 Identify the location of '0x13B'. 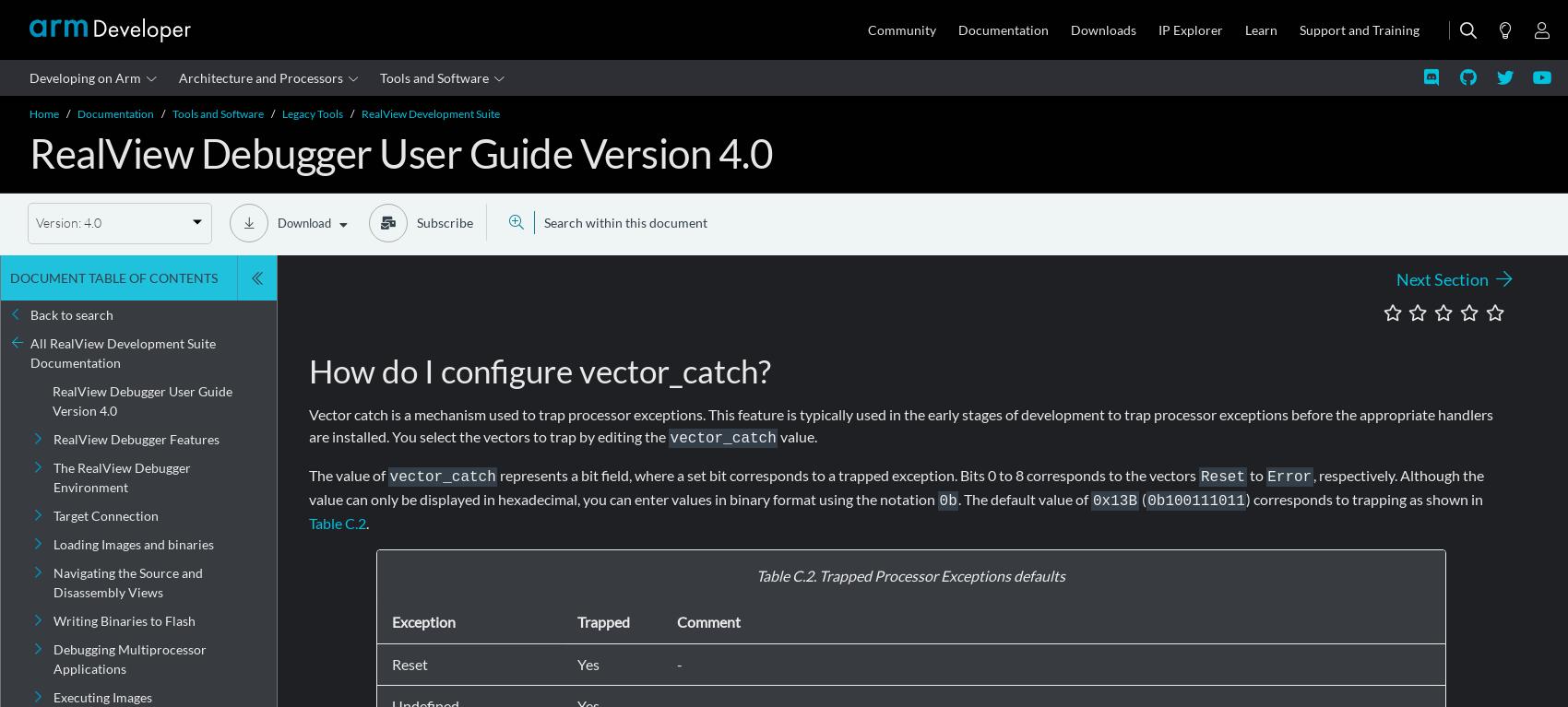
(1113, 501).